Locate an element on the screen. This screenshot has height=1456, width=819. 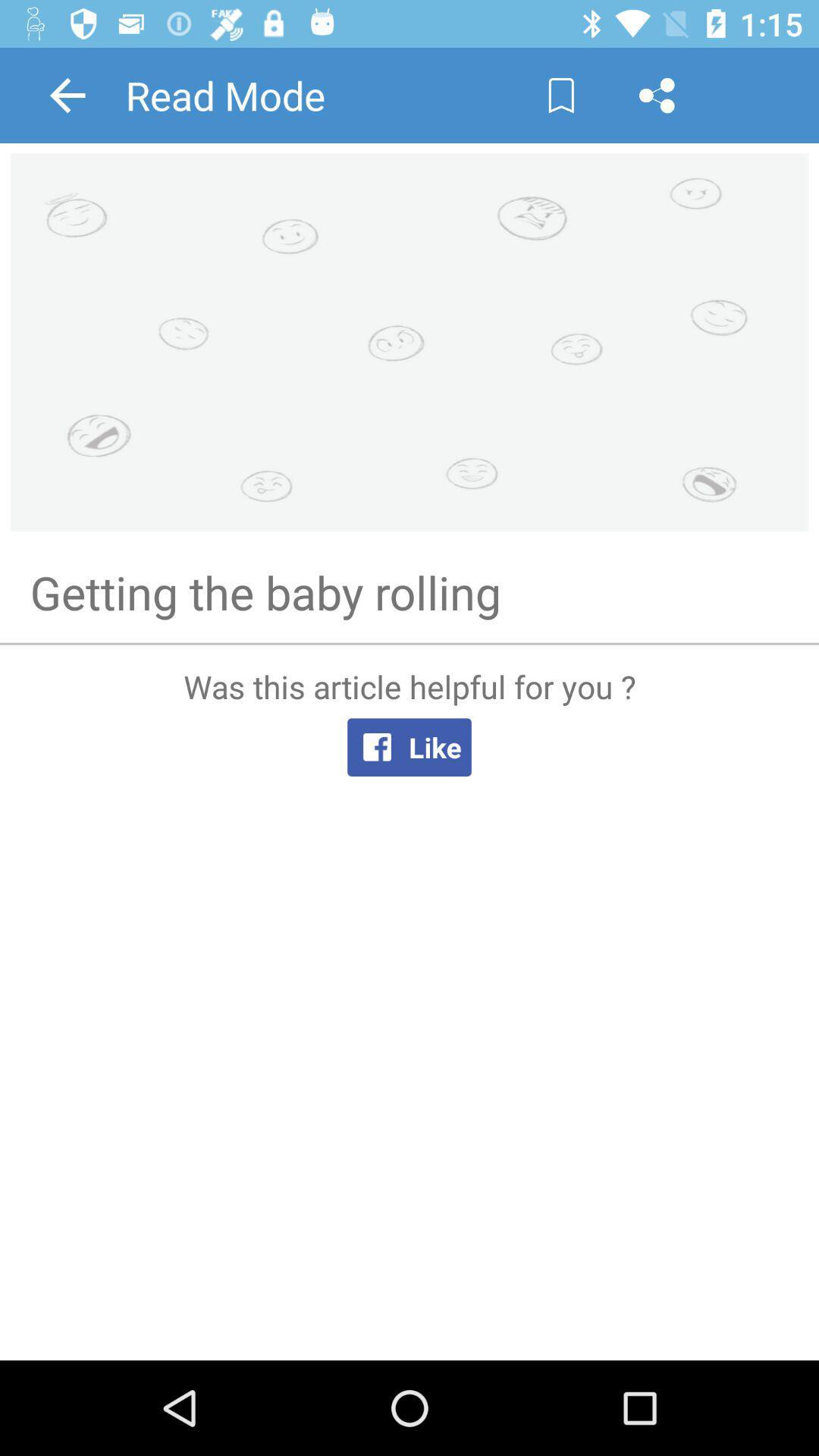
the arrow_backward icon is located at coordinates (67, 94).